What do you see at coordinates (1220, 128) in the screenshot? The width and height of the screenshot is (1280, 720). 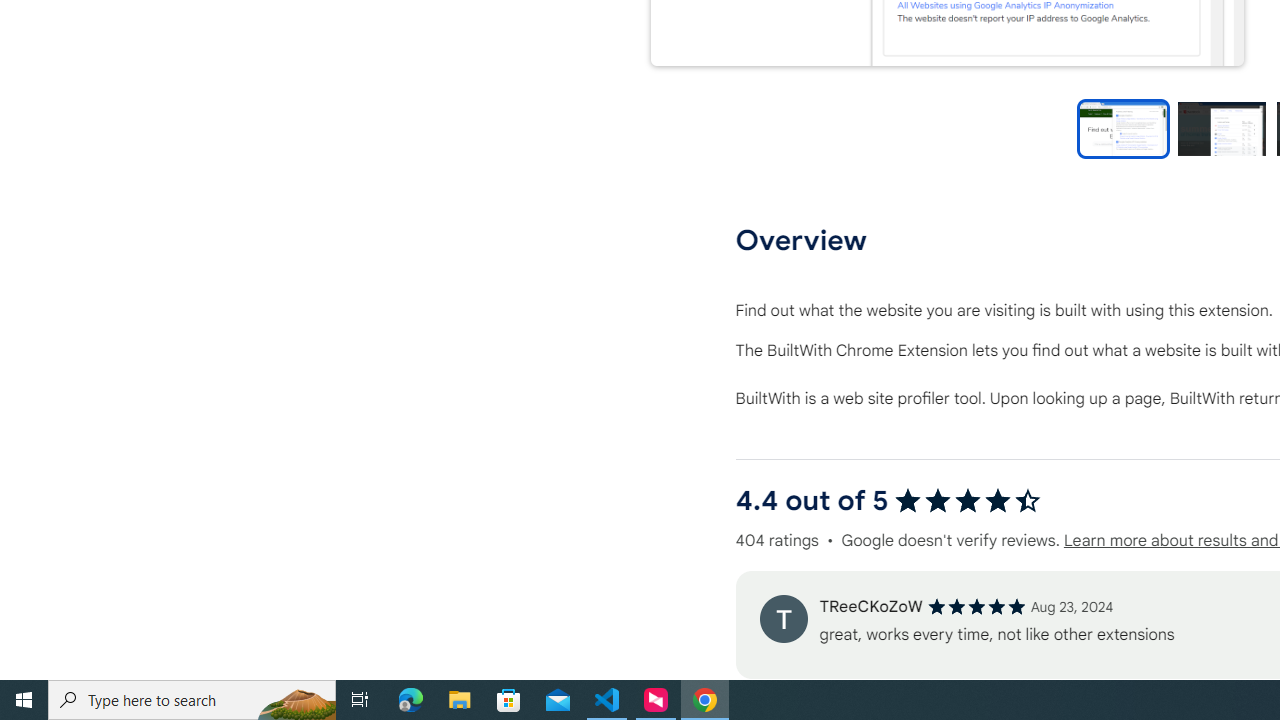 I see `'Preview slide 2'` at bounding box center [1220, 128].